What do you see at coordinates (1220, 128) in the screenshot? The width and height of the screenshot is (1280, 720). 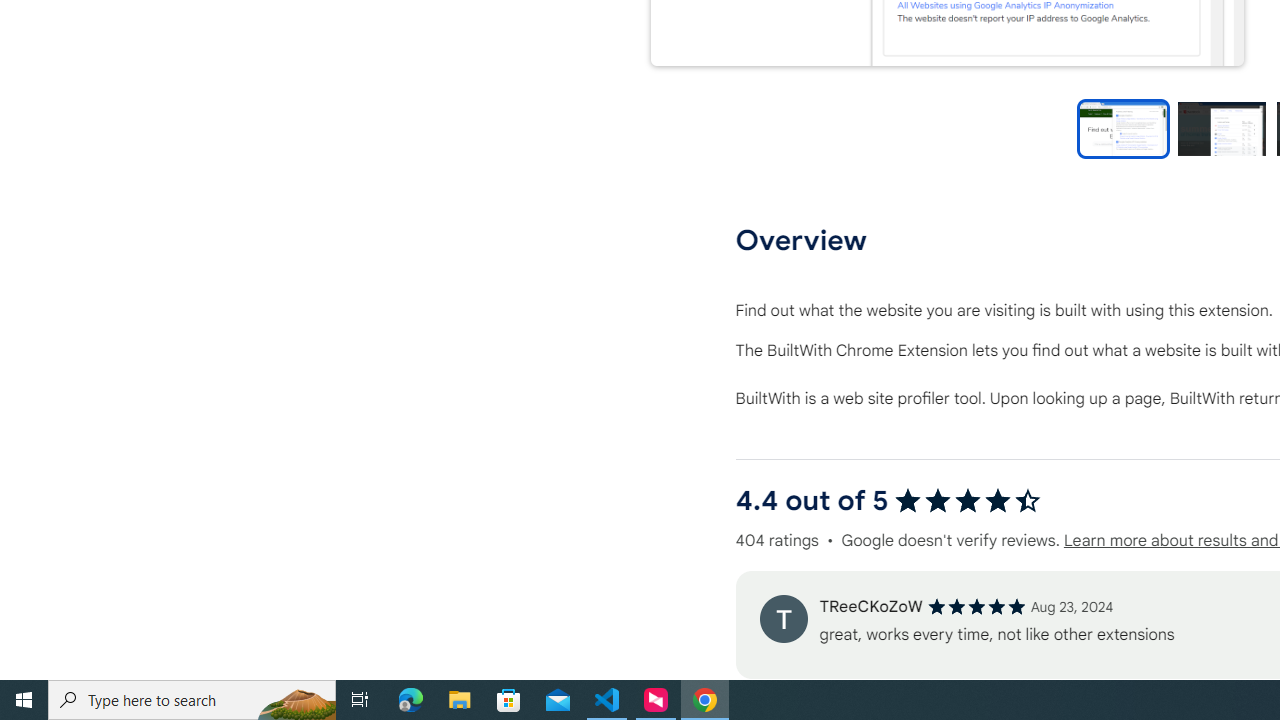 I see `'Preview slide 2'` at bounding box center [1220, 128].